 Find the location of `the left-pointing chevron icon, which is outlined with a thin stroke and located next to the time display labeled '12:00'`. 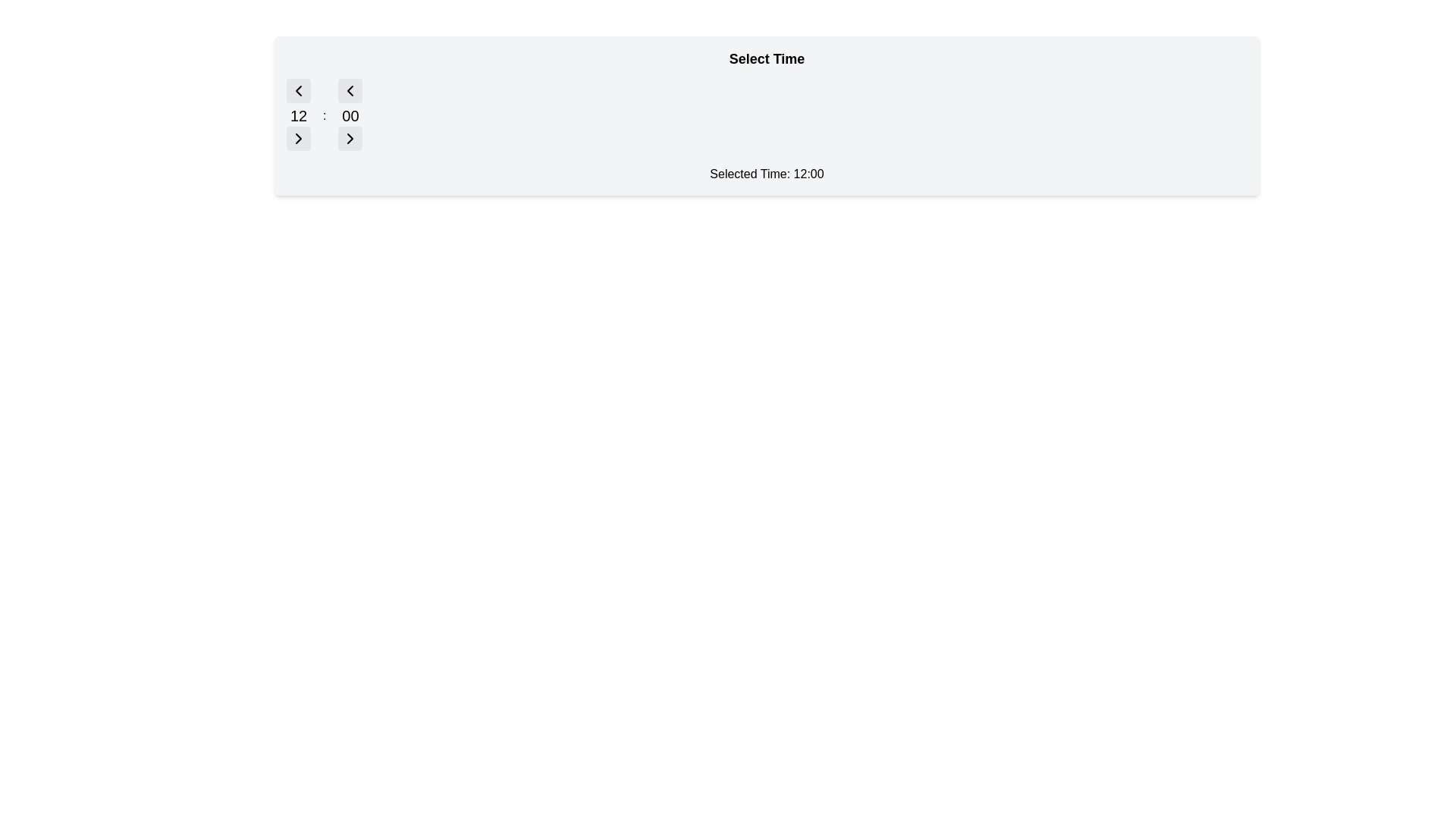

the left-pointing chevron icon, which is outlined with a thin stroke and located next to the time display labeled '12:00' is located at coordinates (298, 90).